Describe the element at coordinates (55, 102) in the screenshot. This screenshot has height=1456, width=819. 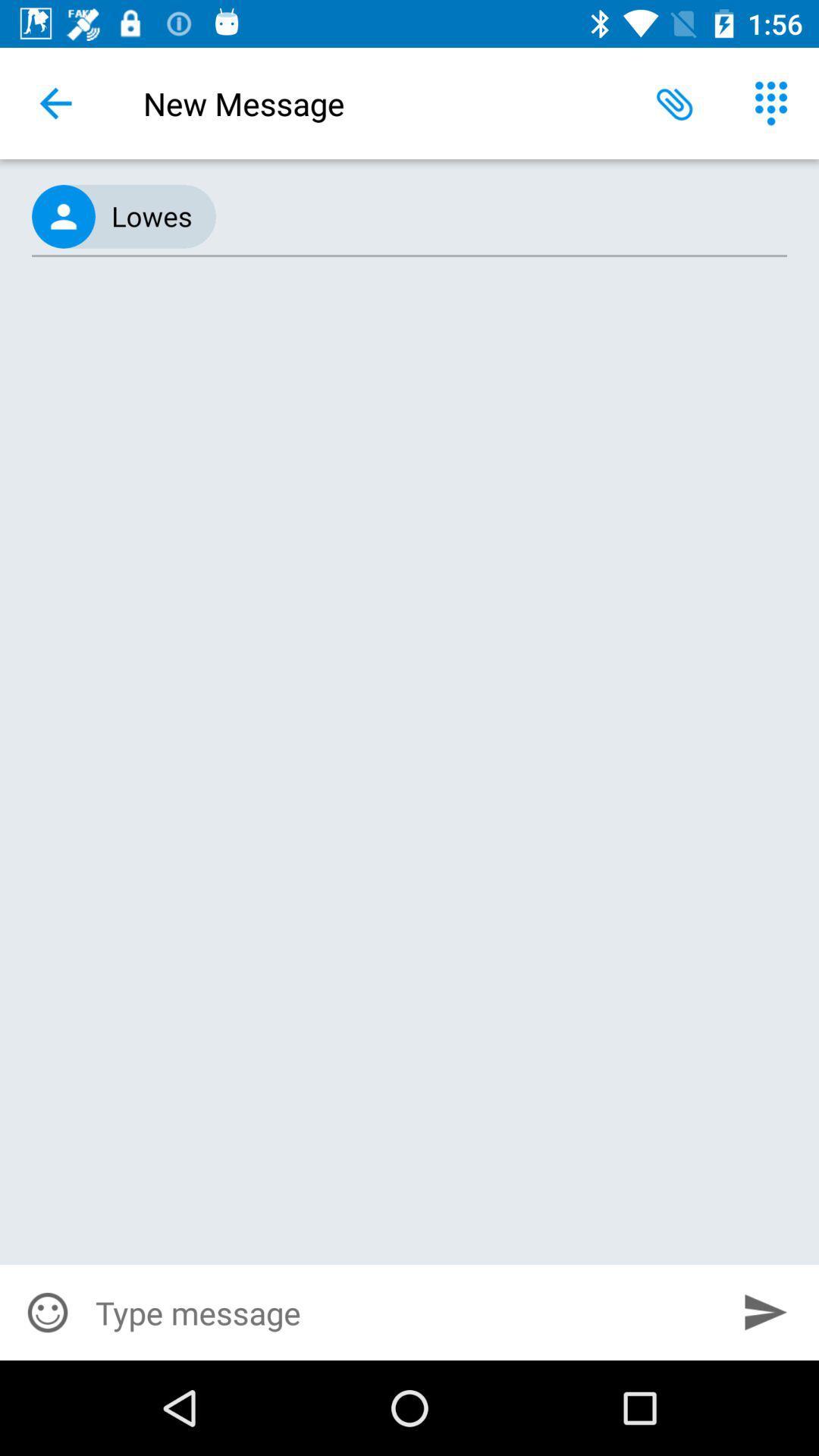
I see `the icon next to the new message icon` at that location.